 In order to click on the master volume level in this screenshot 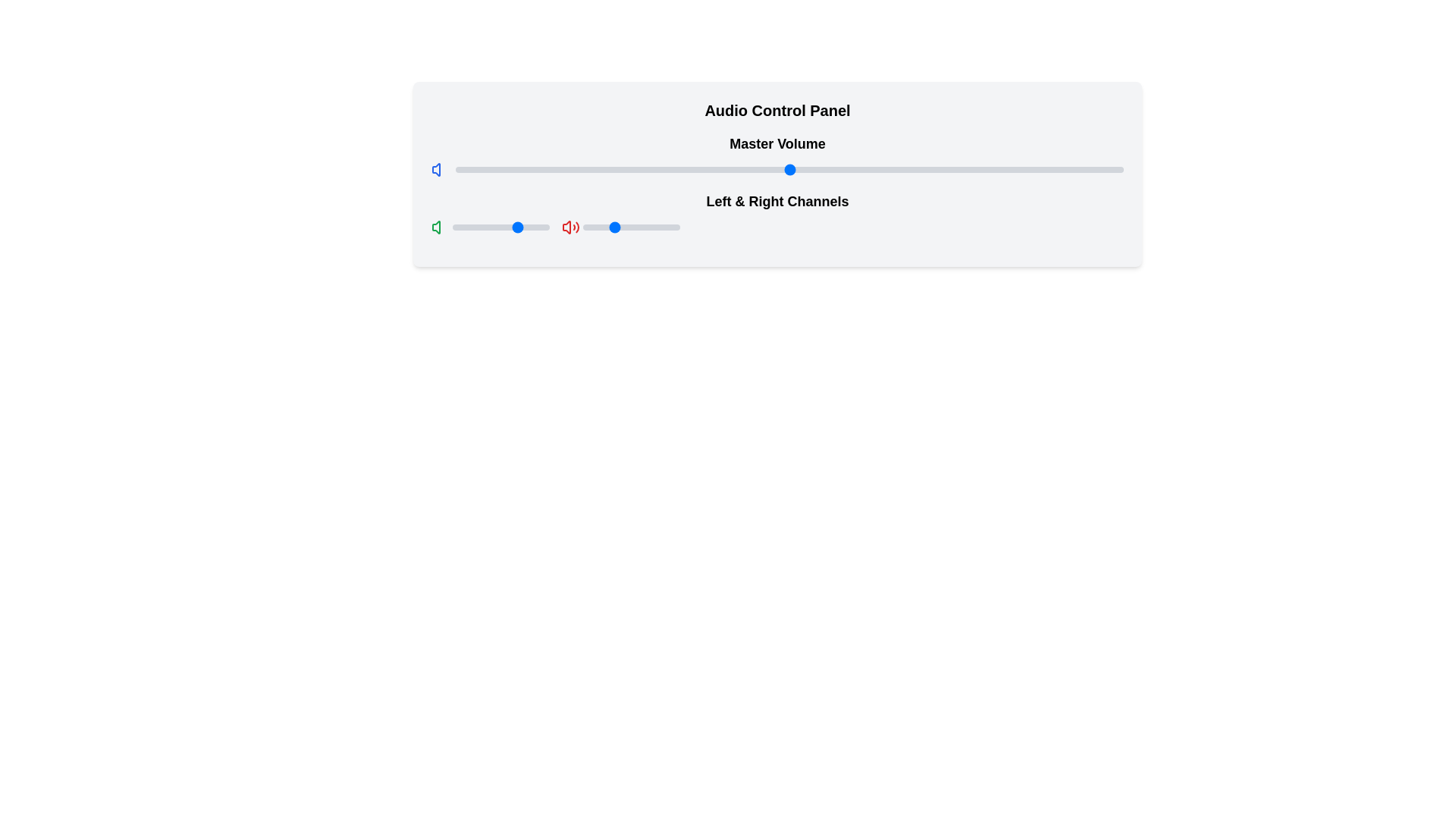, I will do `click(695, 169)`.